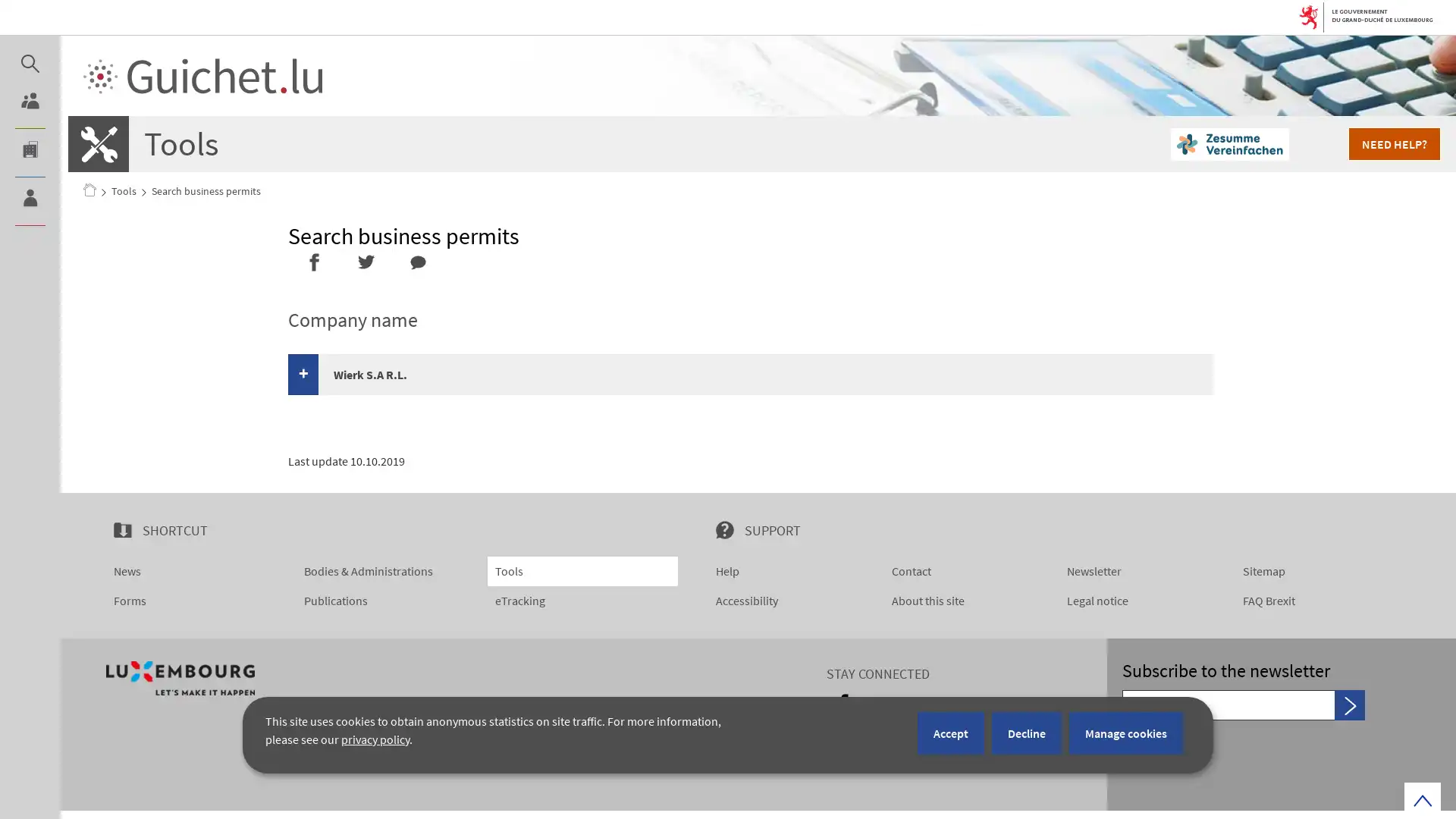  Describe the element at coordinates (366, 260) in the screenshot. I see `Share it on Twitter - new window` at that location.